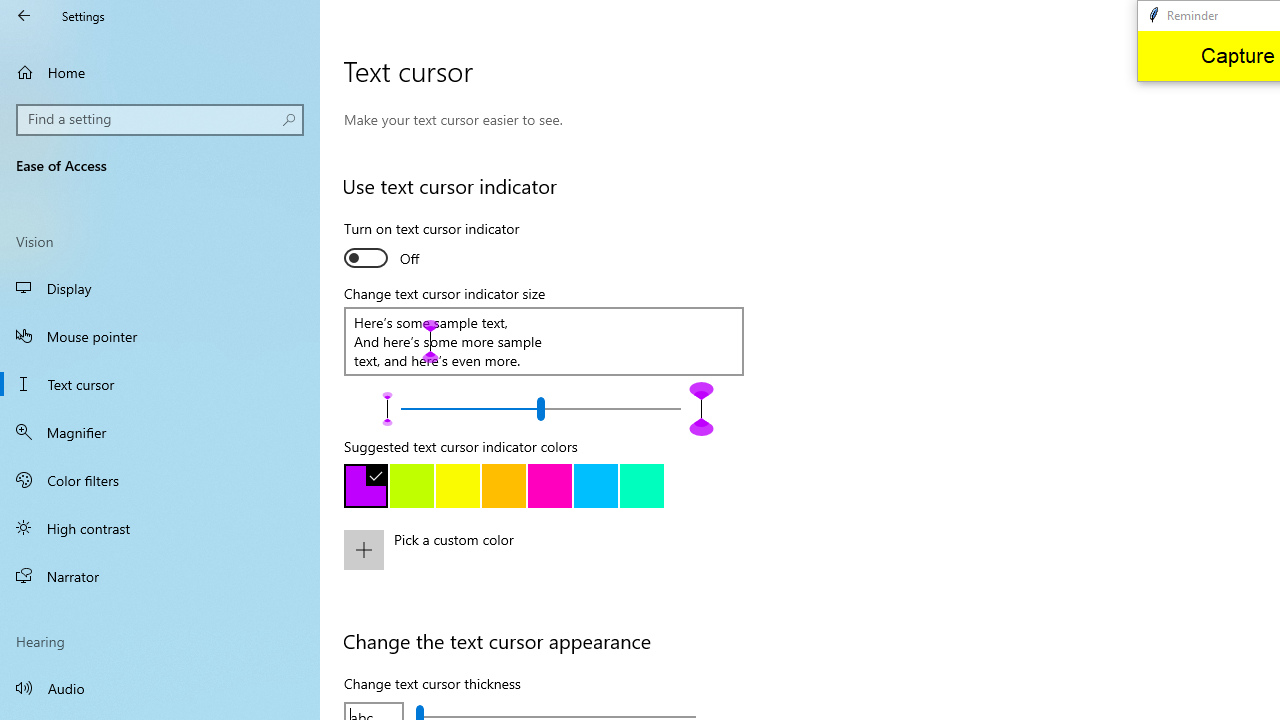 The height and width of the screenshot is (720, 1280). Describe the element at coordinates (160, 288) in the screenshot. I see `'Display'` at that location.